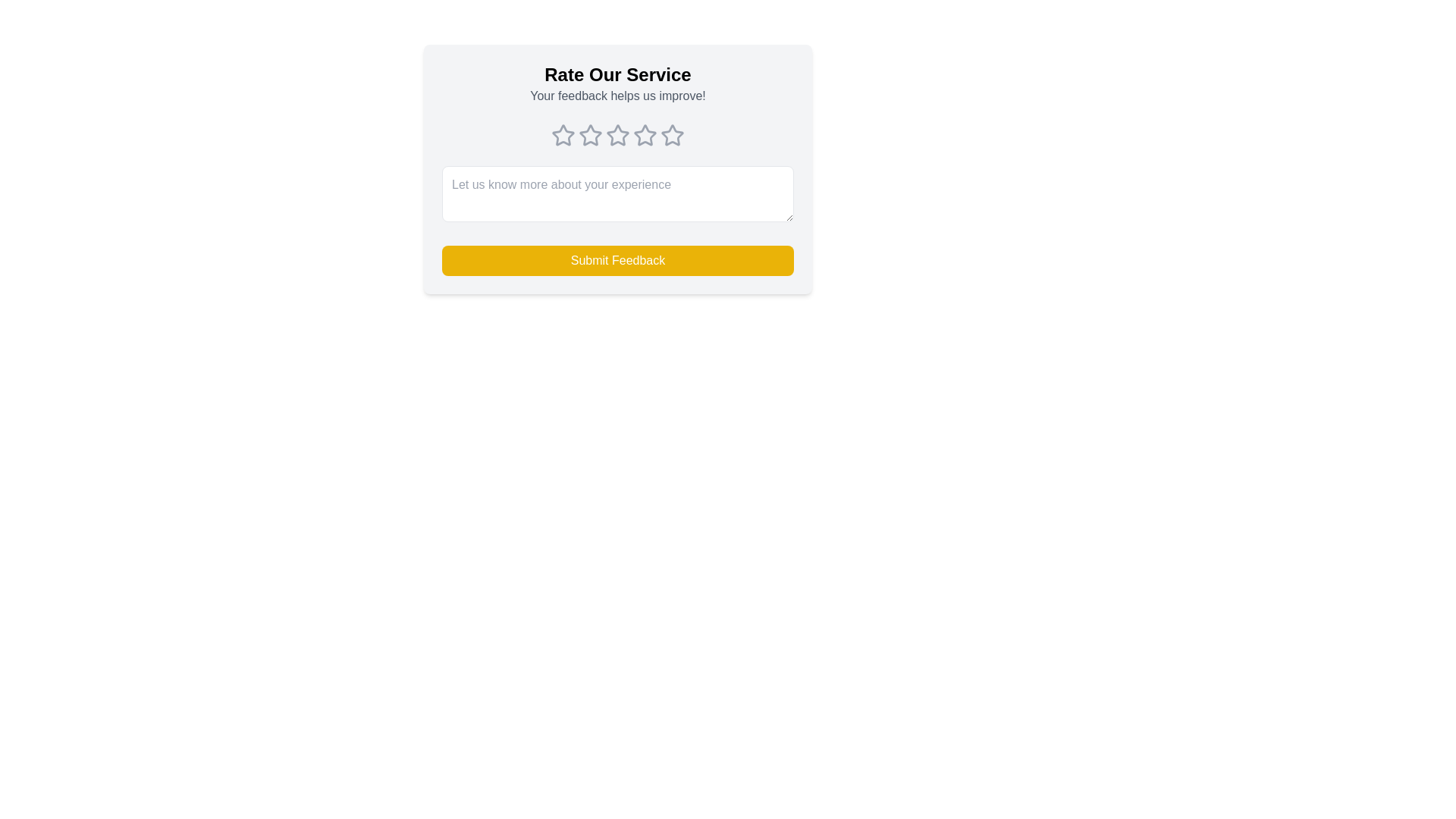 The height and width of the screenshot is (819, 1456). I want to click on the second star-shaped rating icon, which is part of a 5-star rating system displayed under the text 'Rate Our Service', so click(589, 134).